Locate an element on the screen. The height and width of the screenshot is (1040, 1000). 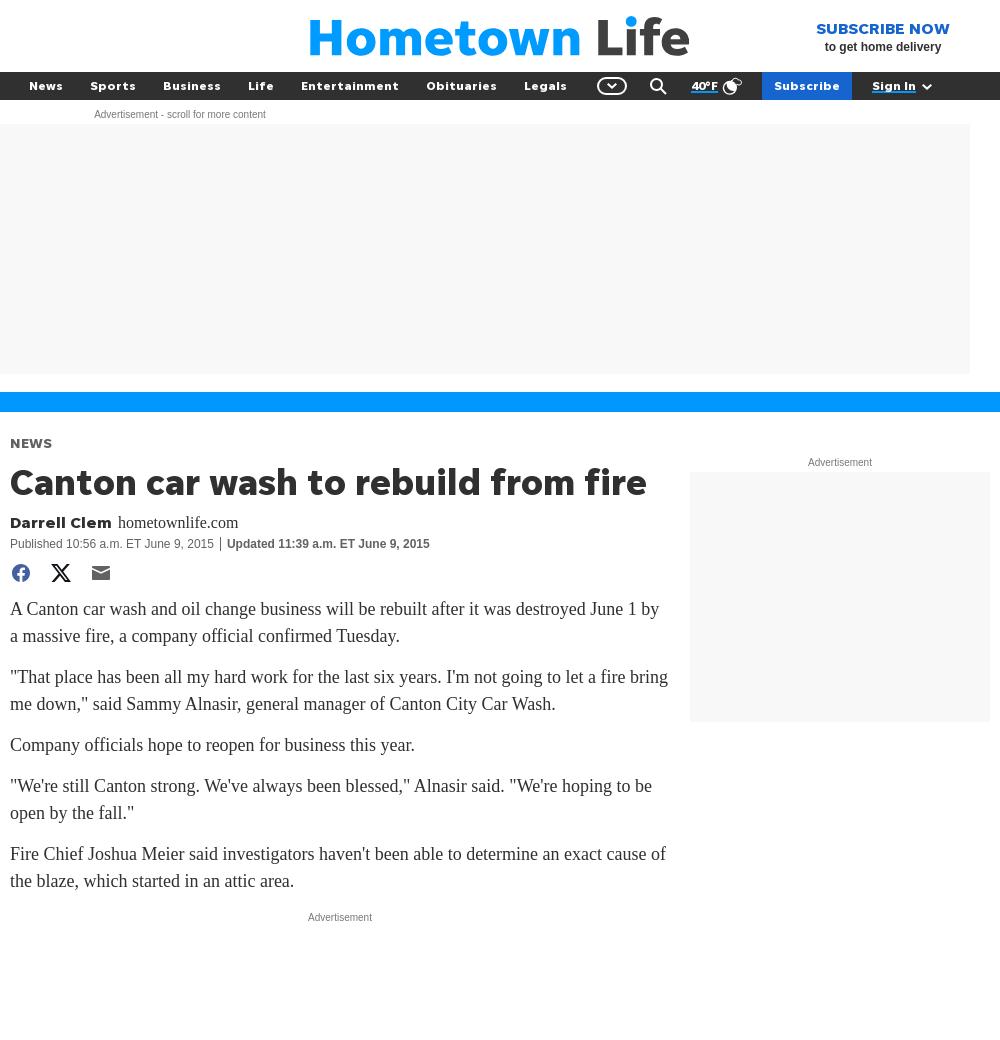
'Entertainment' is located at coordinates (349, 84).